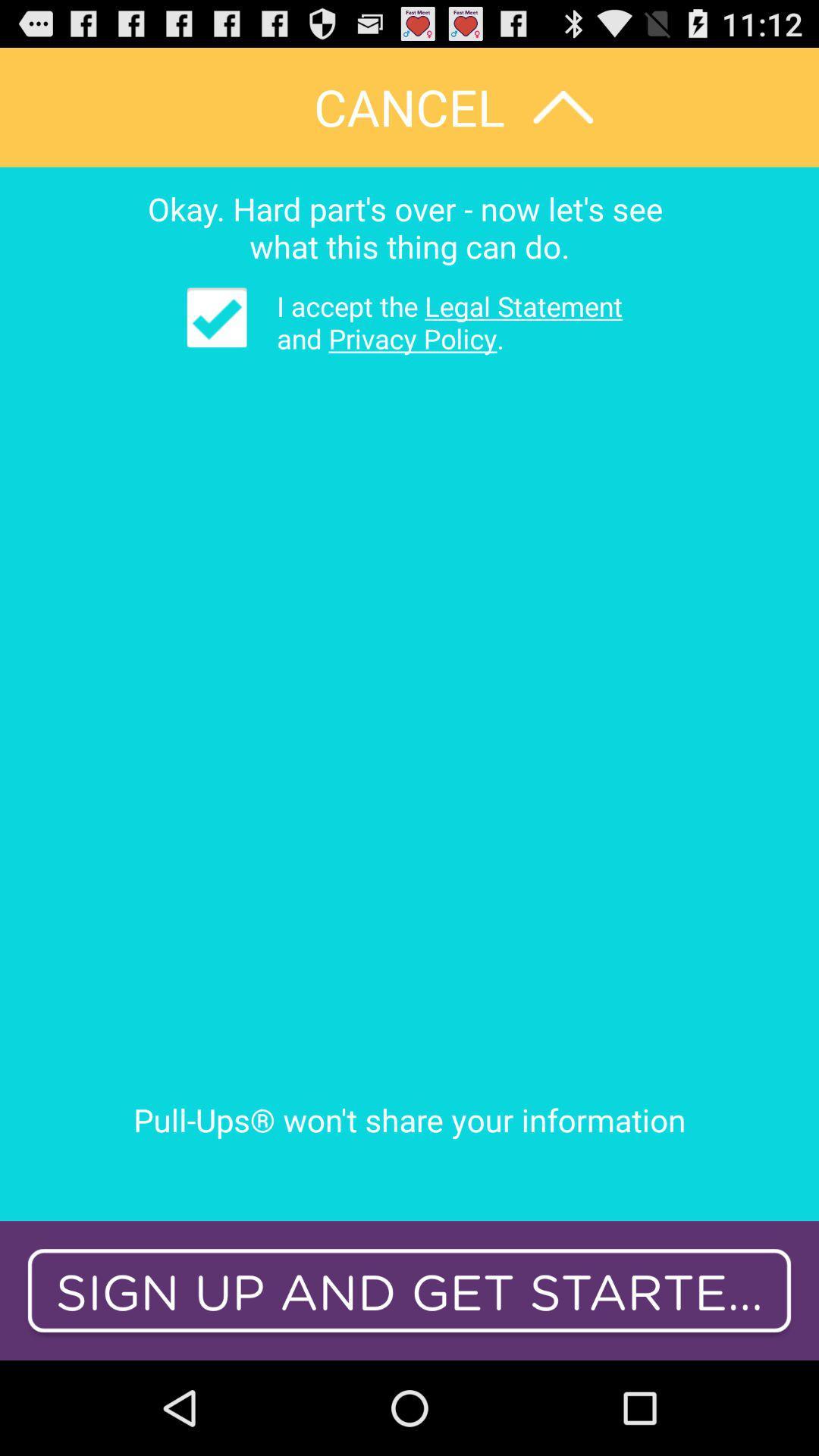 Image resolution: width=819 pixels, height=1456 pixels. I want to click on the check icon, so click(217, 339).